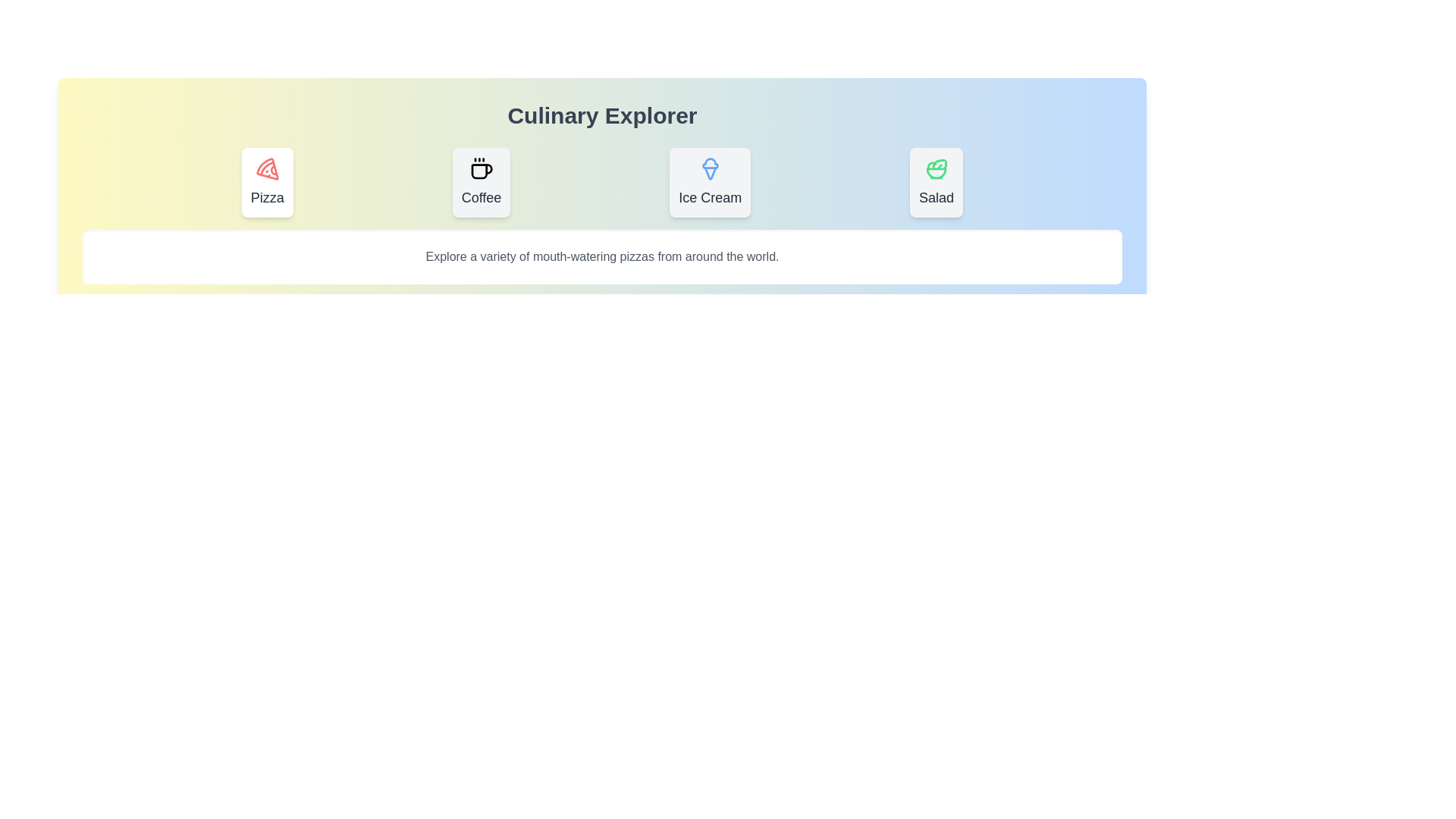  What do you see at coordinates (936, 181) in the screenshot?
I see `the tab labeled Salad to observe its hover animation` at bounding box center [936, 181].